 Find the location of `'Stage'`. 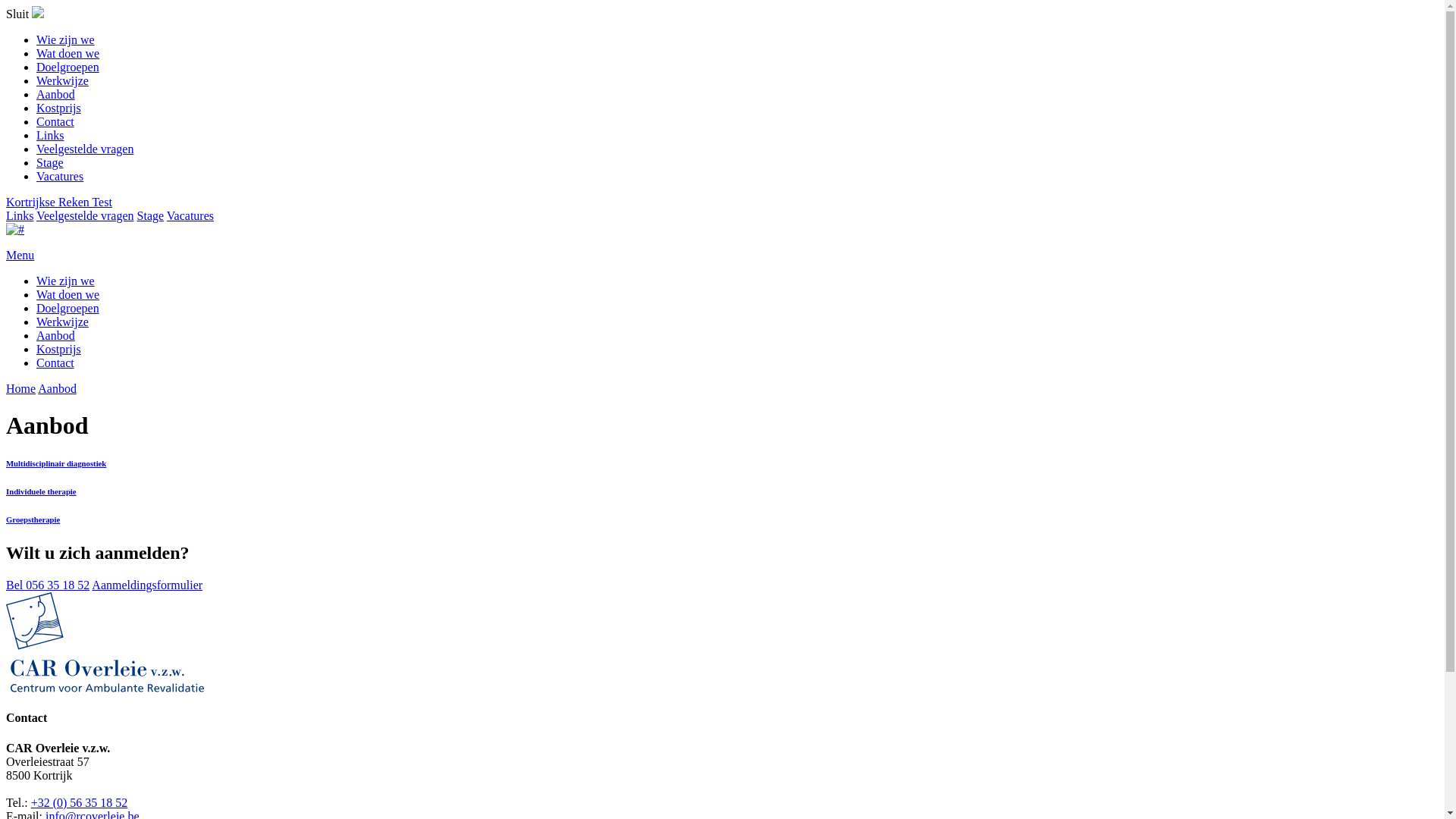

'Stage' is located at coordinates (150, 215).